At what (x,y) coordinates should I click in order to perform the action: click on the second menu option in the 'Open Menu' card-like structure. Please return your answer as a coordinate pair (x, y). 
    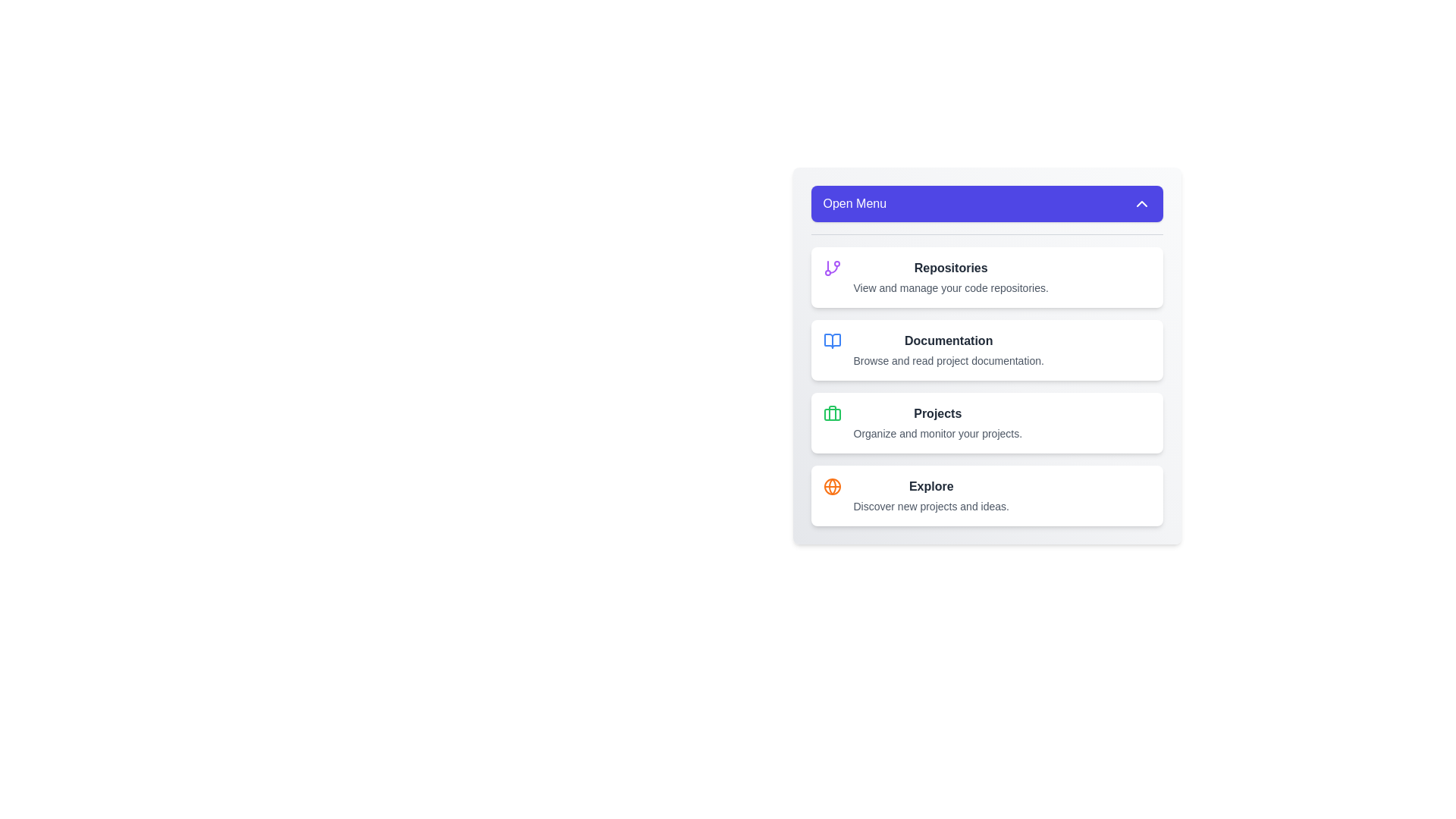
    Looking at the image, I should click on (948, 350).